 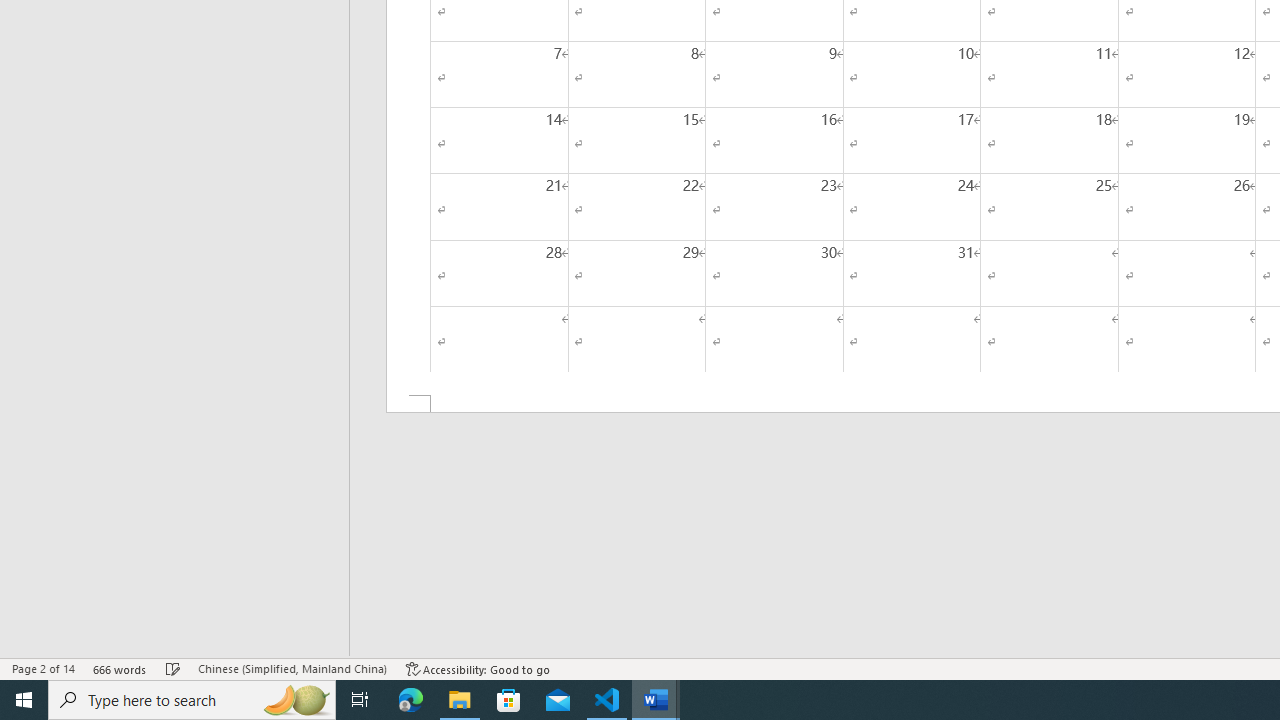 I want to click on 'Spelling and Grammar Check No Errors', so click(x=173, y=669).